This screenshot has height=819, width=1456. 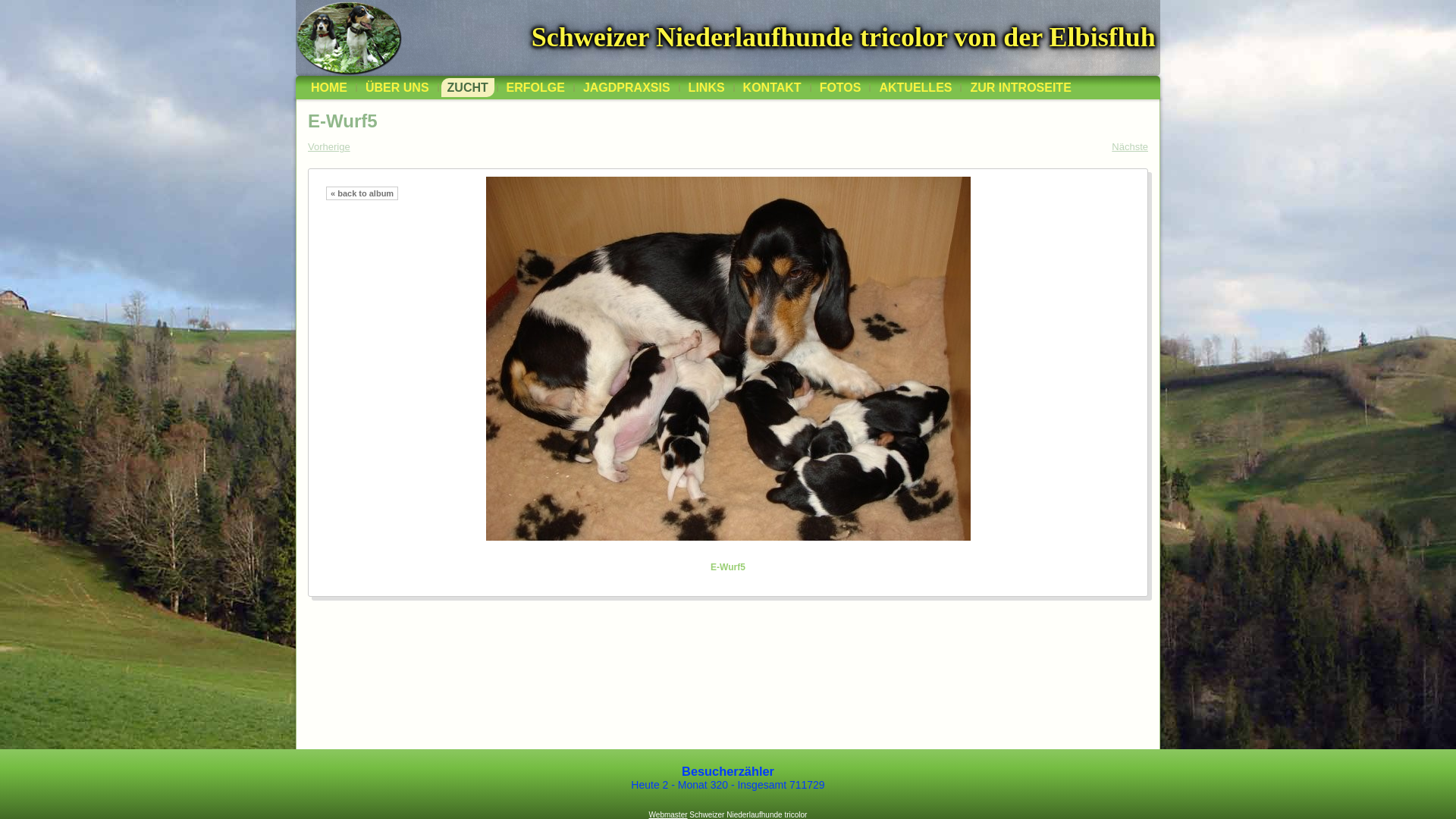 I want to click on 'LINKS', so click(x=705, y=87).